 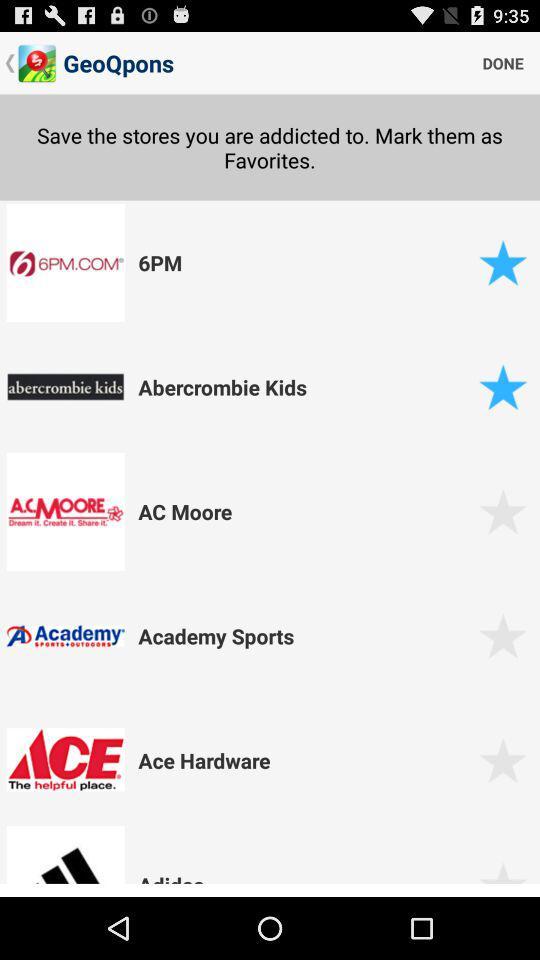 What do you see at coordinates (305, 759) in the screenshot?
I see `the ace hardware item` at bounding box center [305, 759].